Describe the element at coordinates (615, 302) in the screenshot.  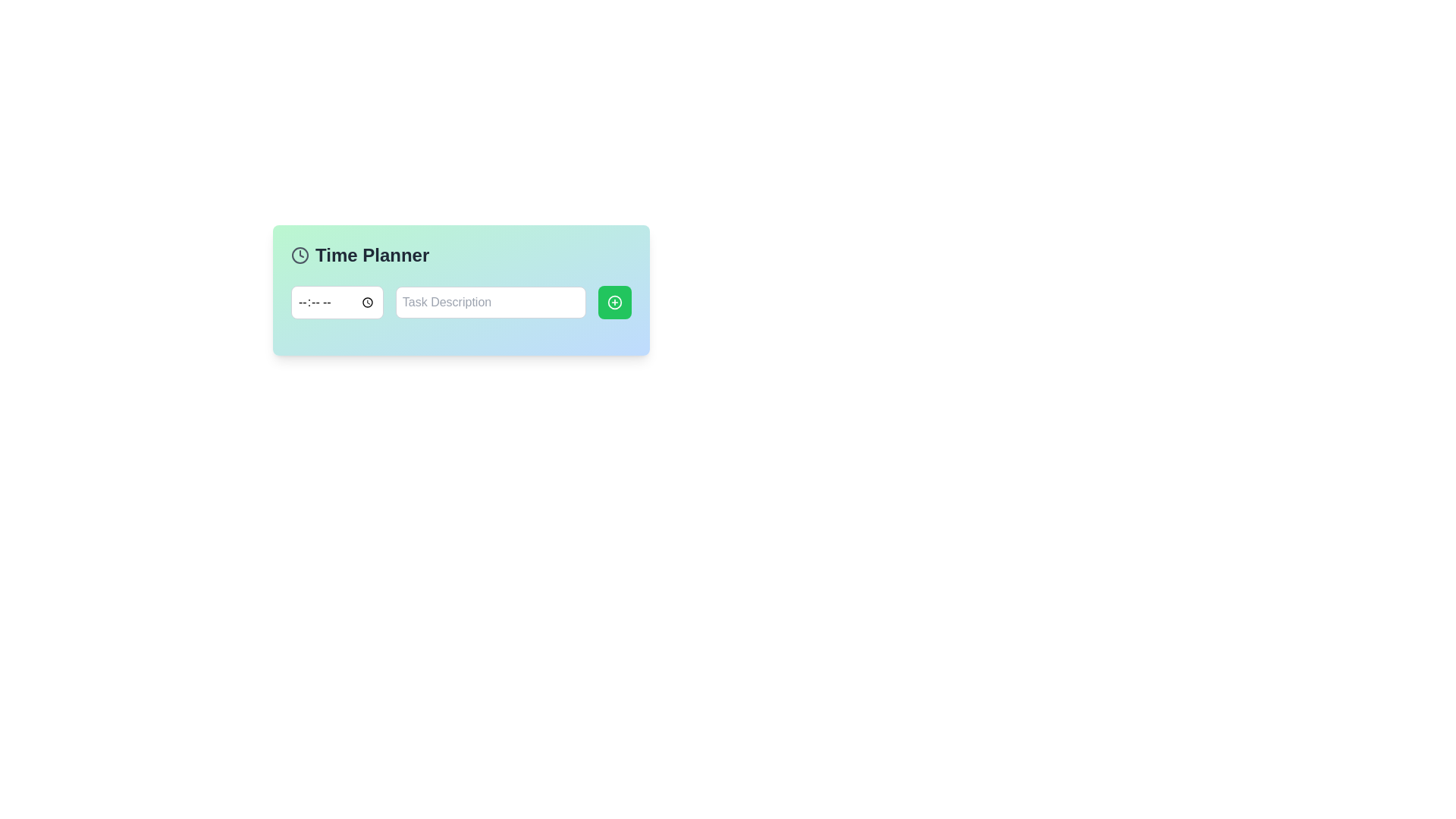
I see `the interactive icon located within the green button on the right side of the 'Time Planner' section, adjacent to the white text input field for task description` at that location.